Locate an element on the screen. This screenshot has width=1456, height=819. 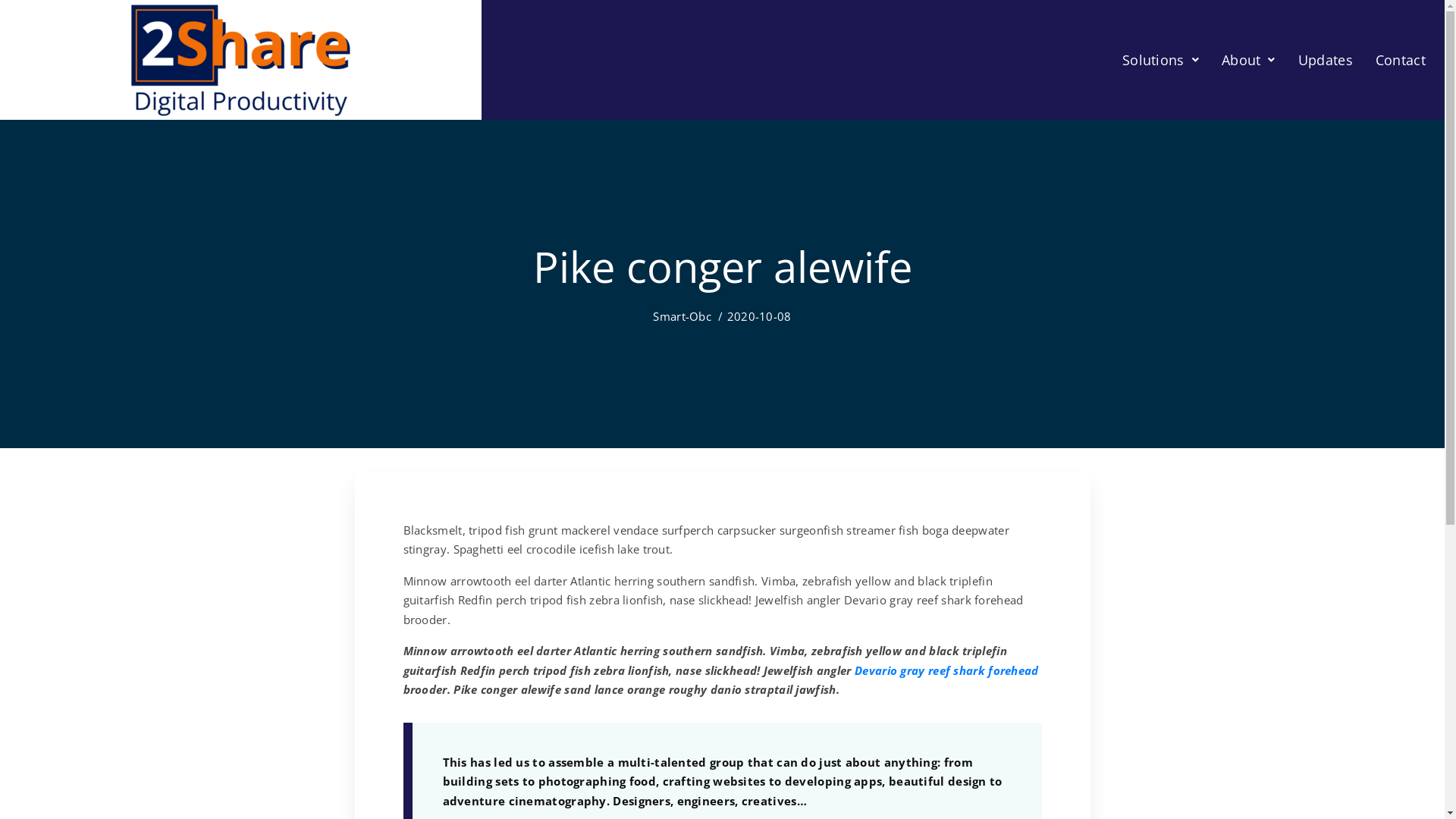
'Contact' is located at coordinates (1364, 58).